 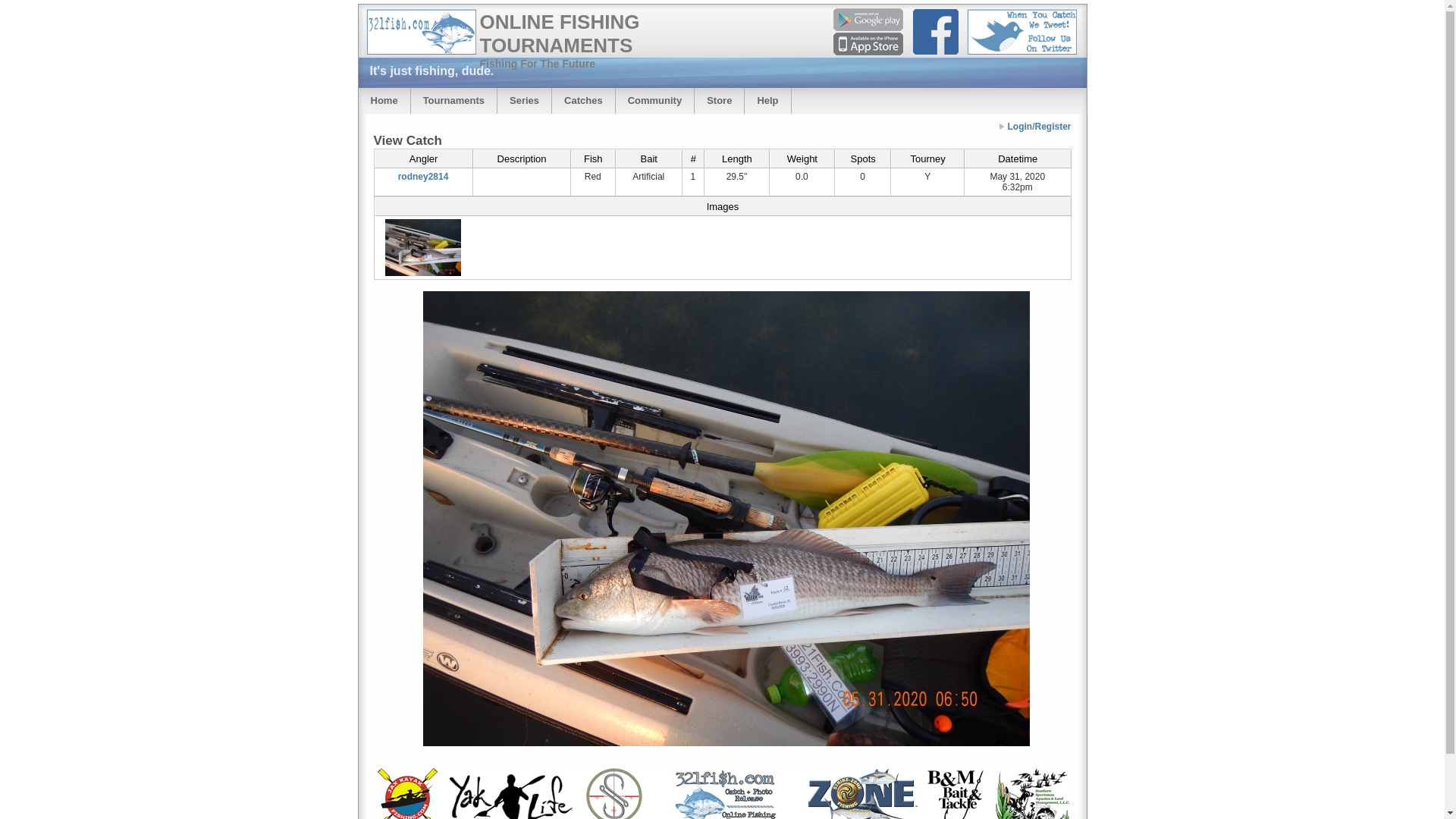 What do you see at coordinates (423, 175) in the screenshot?
I see `'rodney2814'` at bounding box center [423, 175].